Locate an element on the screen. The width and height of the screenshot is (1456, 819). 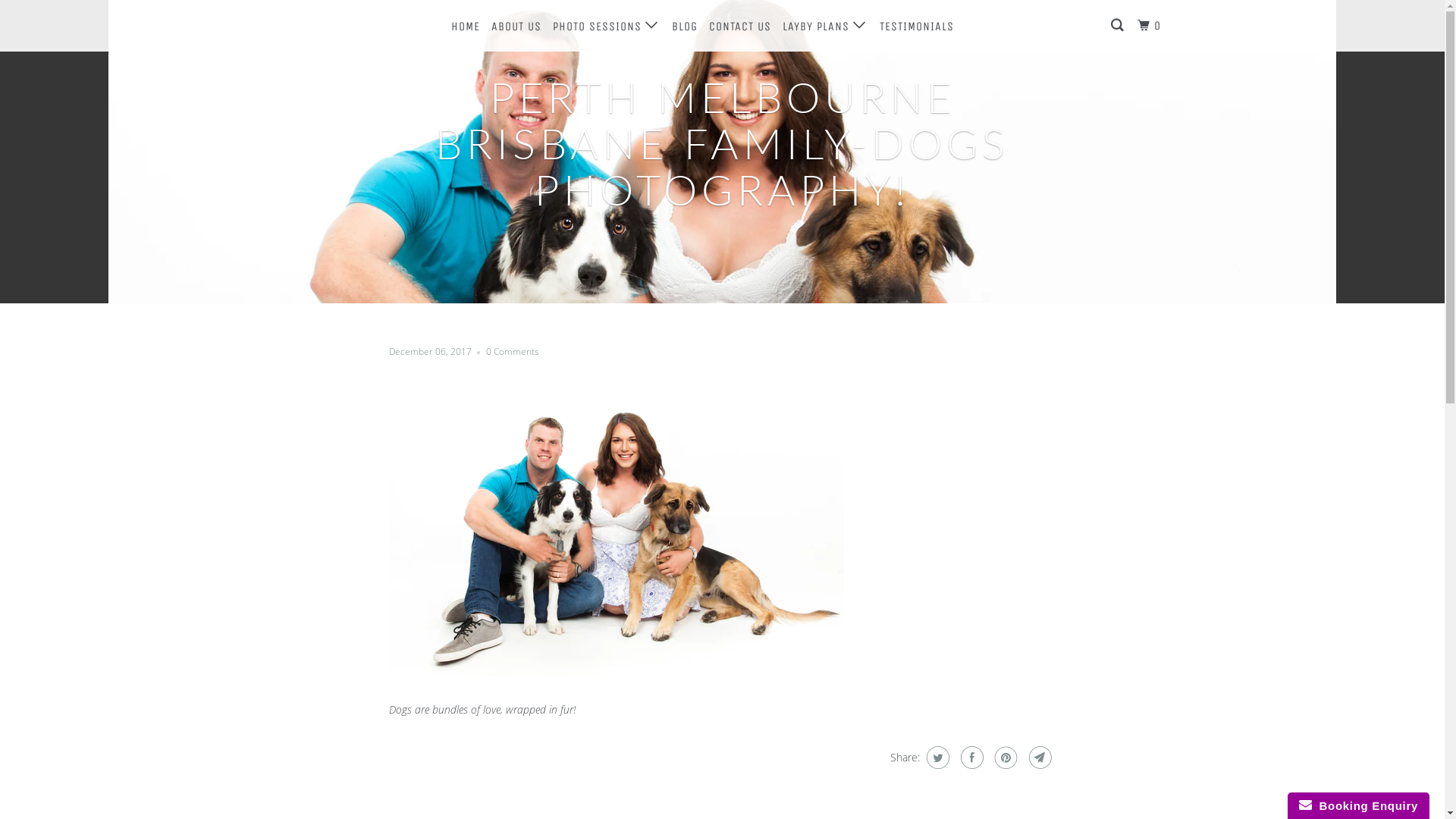
'ABOUT US' is located at coordinates (488, 26).